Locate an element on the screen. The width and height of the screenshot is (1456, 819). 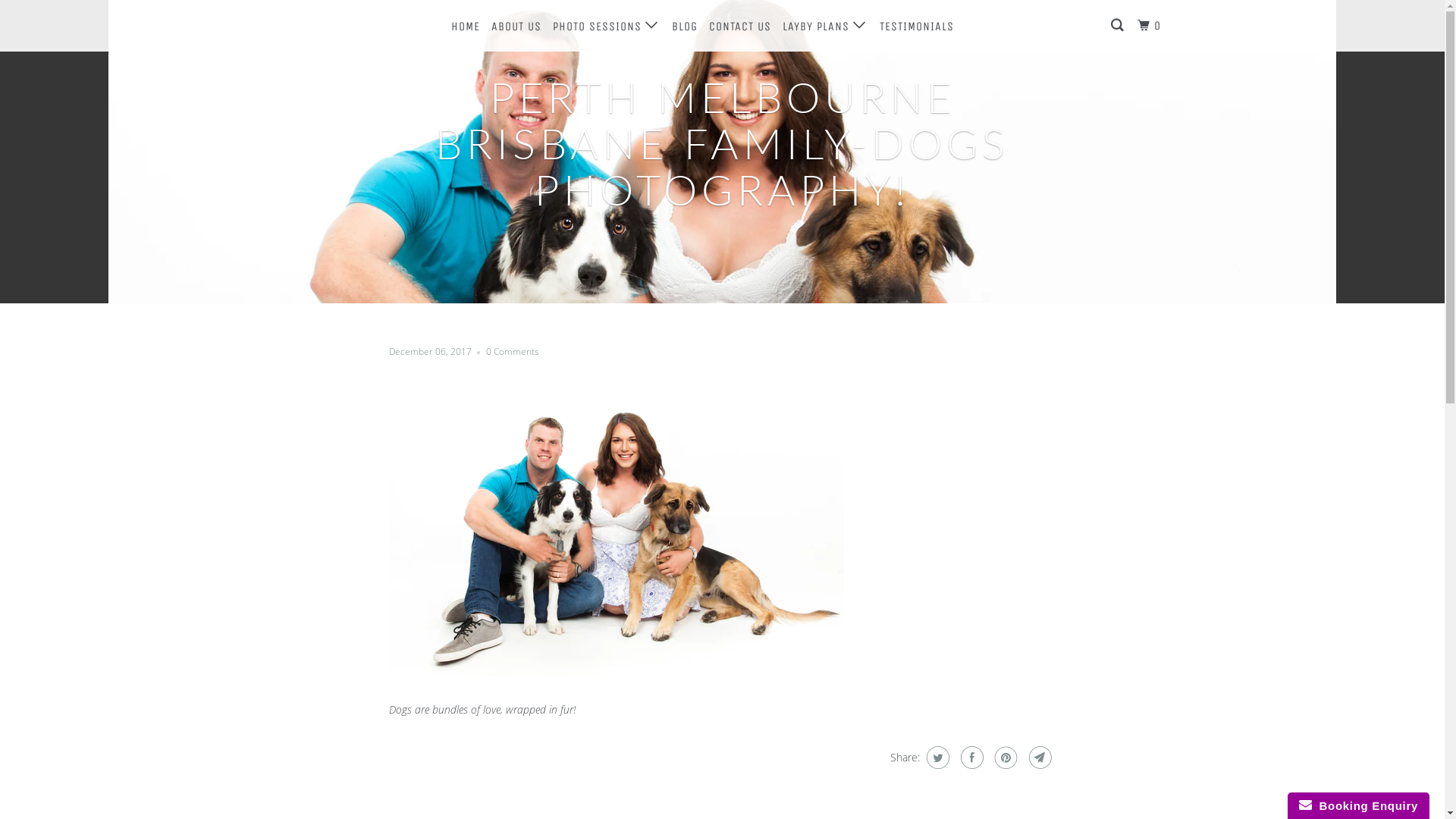
'ABOUT US' is located at coordinates (488, 26).